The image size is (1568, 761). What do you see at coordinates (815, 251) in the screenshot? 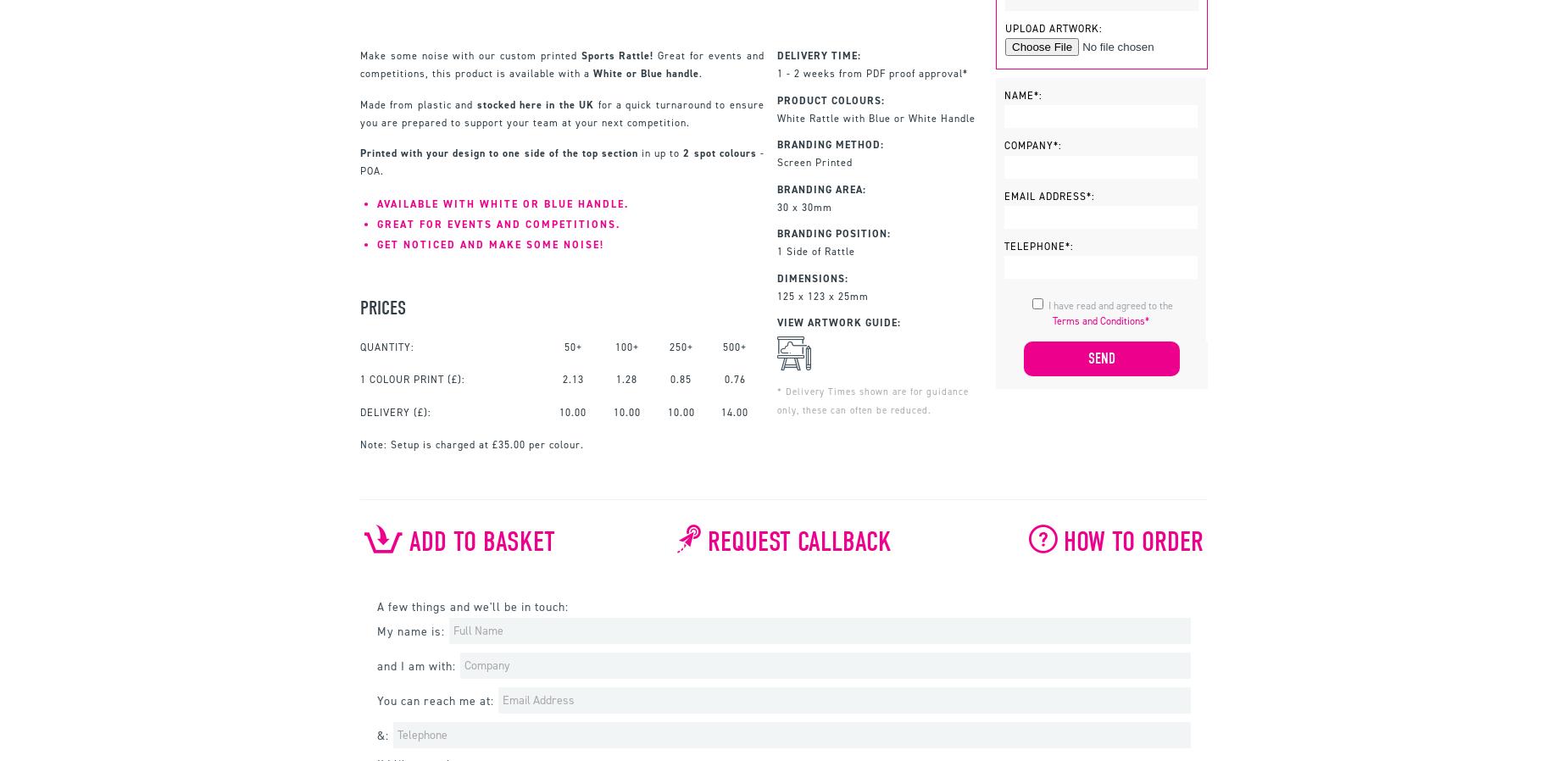
I see `'1 Side of Rattle'` at bounding box center [815, 251].